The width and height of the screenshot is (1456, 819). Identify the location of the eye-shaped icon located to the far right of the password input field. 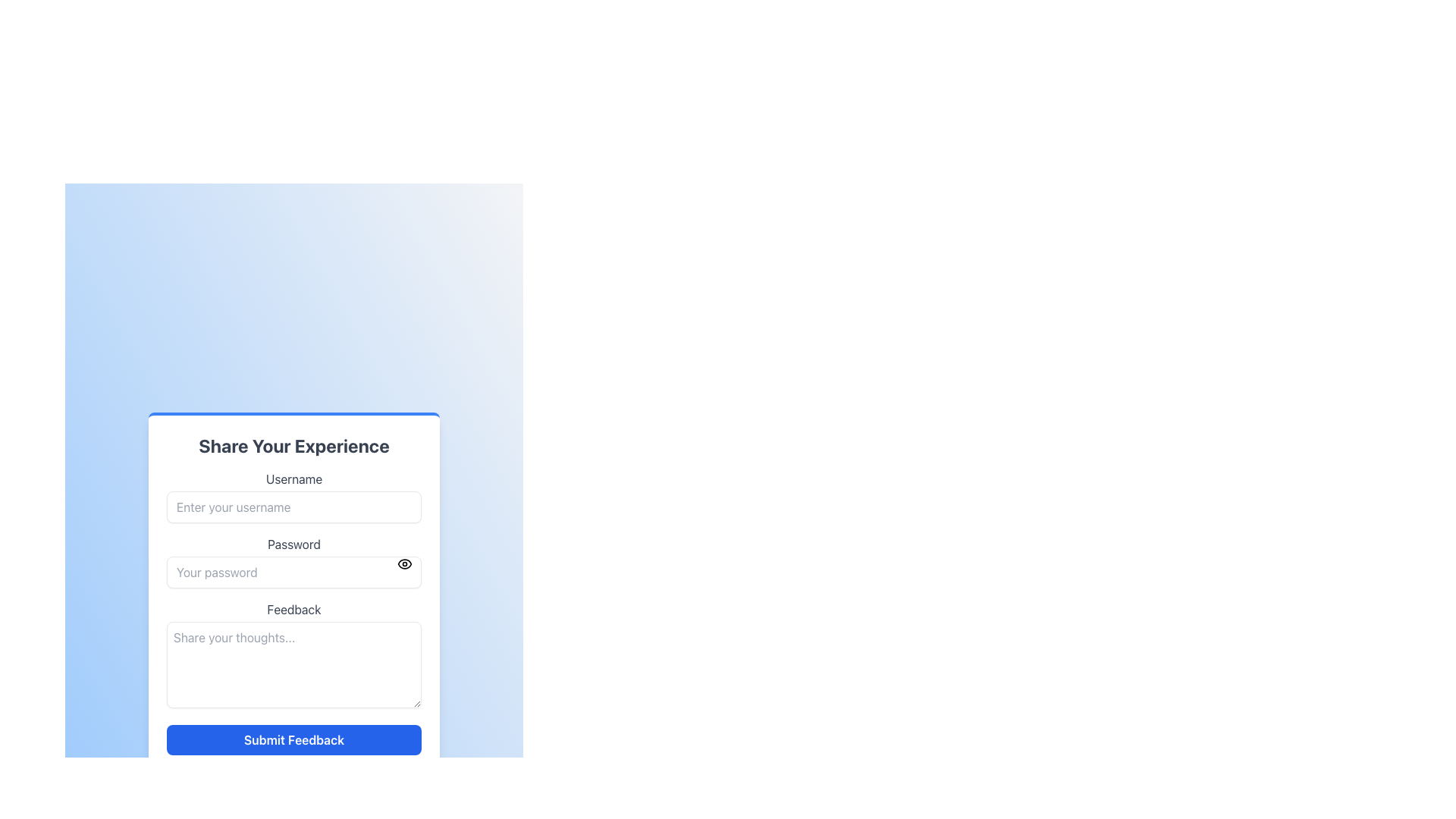
(404, 564).